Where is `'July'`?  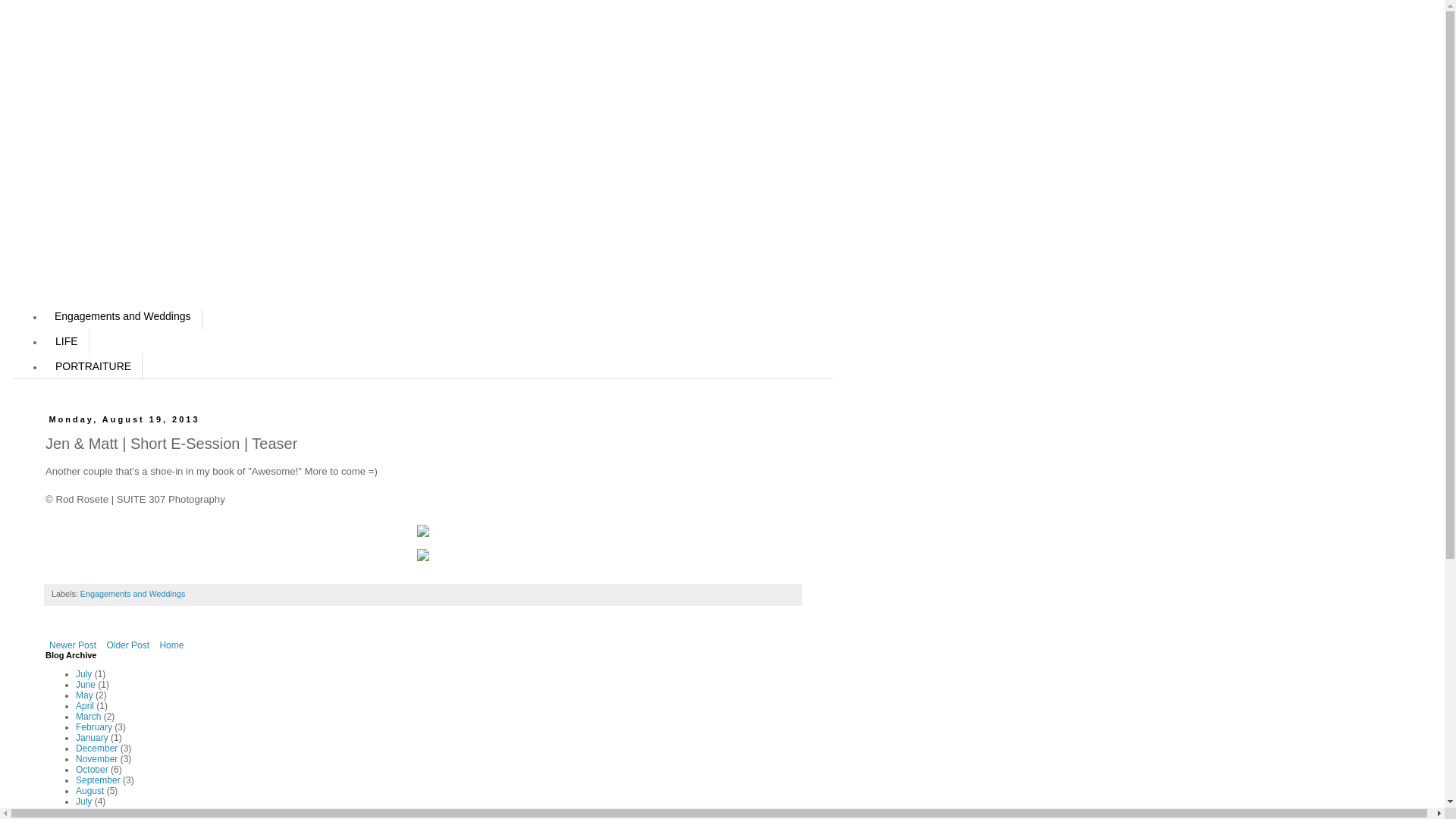 'July' is located at coordinates (75, 673).